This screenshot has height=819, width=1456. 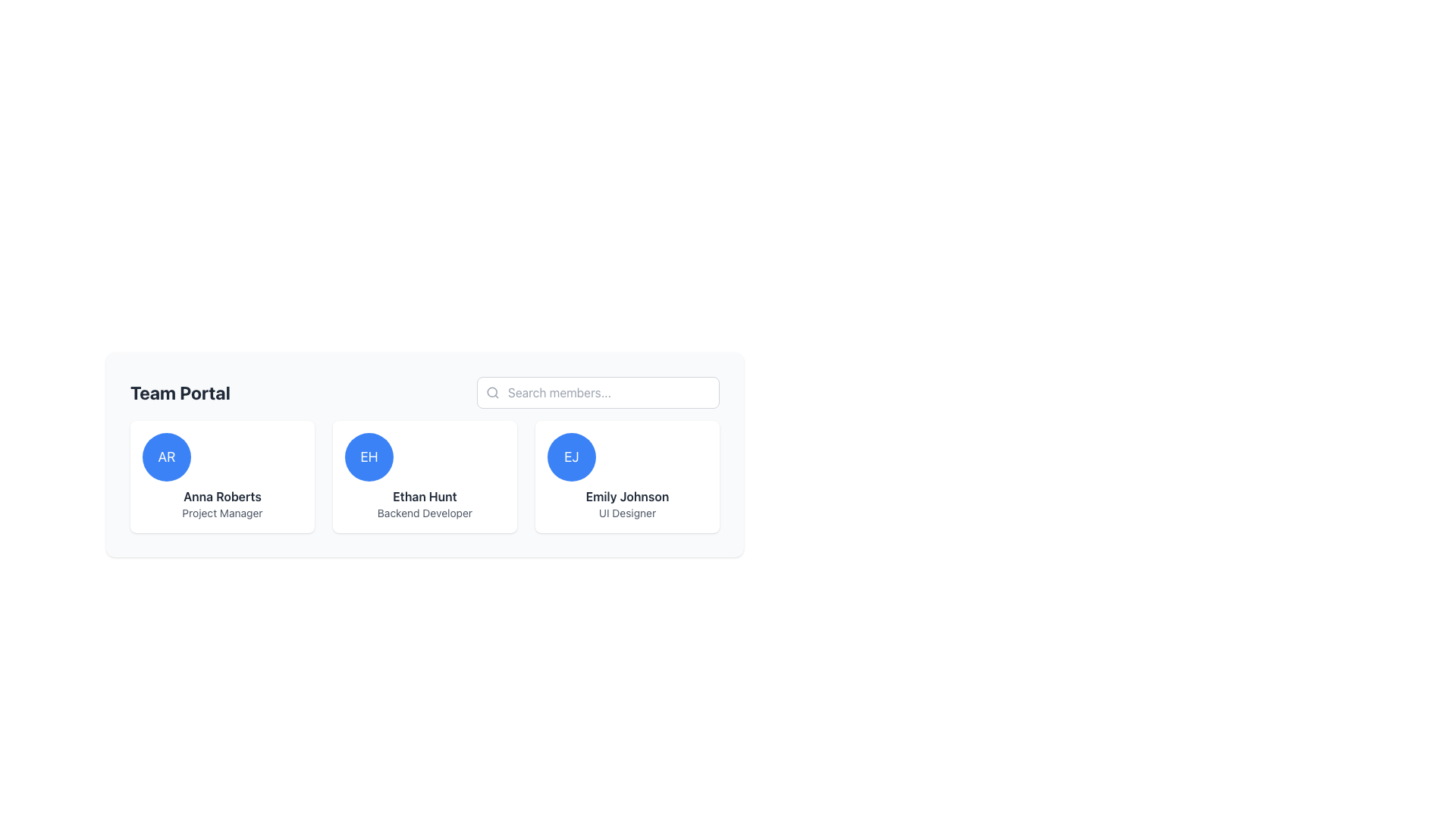 What do you see at coordinates (425, 497) in the screenshot?
I see `text label displaying the full name 'Ethan Hunt', which is centrally located within its card structure, part of a layout containing a circular avatar and a smaller label below` at bounding box center [425, 497].